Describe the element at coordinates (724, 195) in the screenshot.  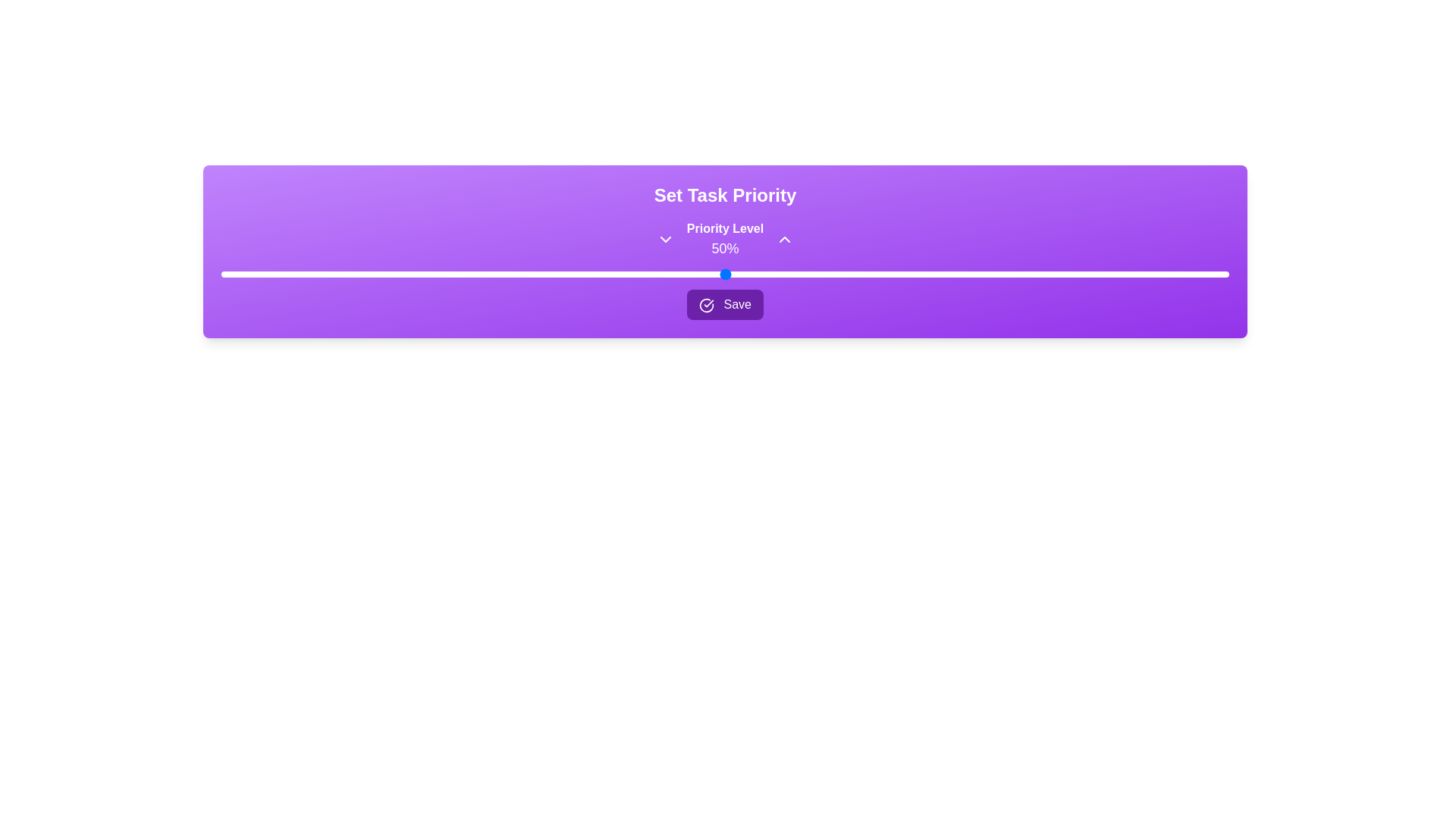
I see `the bold, large-font text label 'Set Task Priority' which is centered on a purple gradient background at the top of the section` at that location.